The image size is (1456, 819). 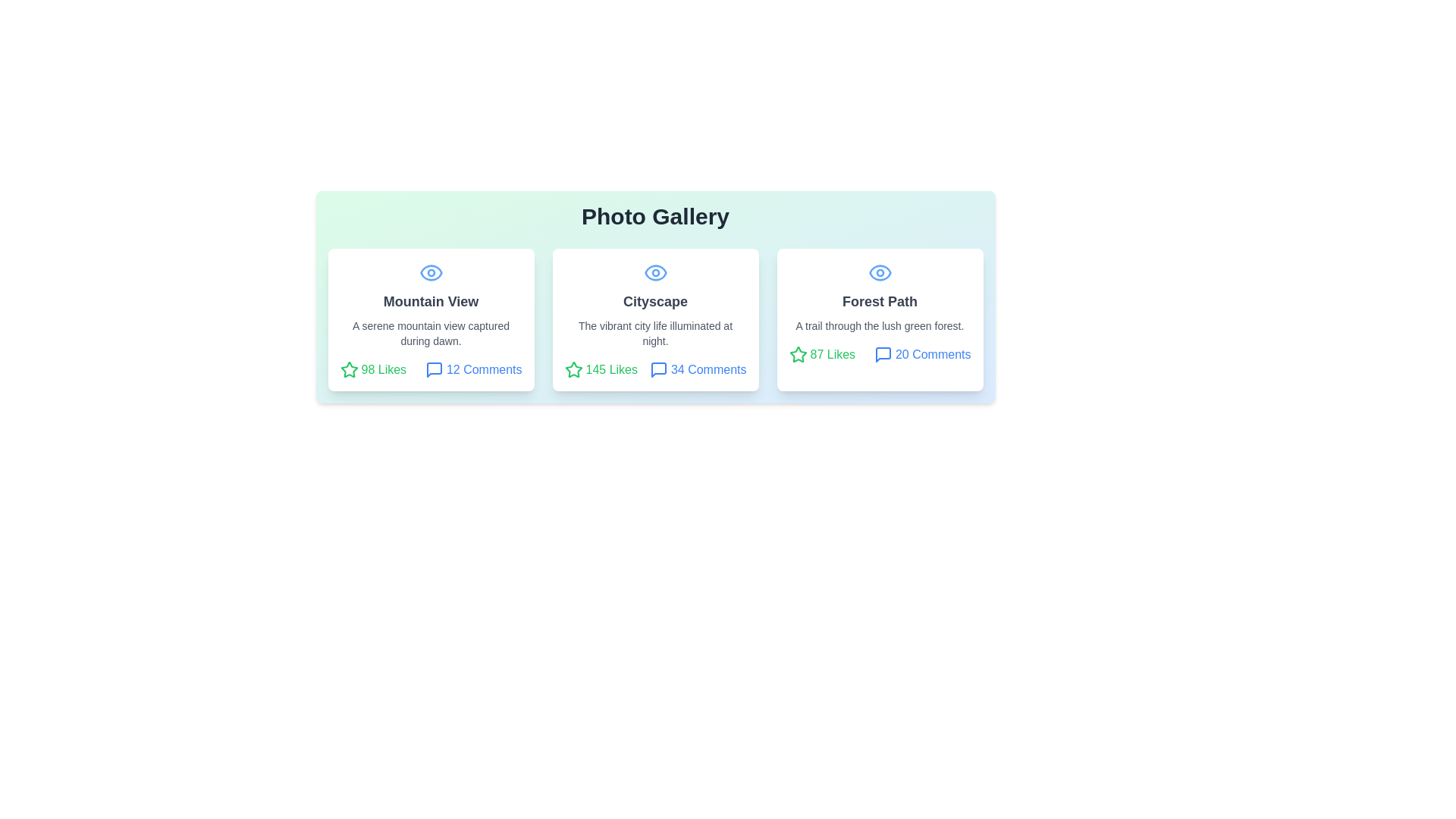 I want to click on the likes count of the photo card titled Cityscape, so click(x=600, y=370).